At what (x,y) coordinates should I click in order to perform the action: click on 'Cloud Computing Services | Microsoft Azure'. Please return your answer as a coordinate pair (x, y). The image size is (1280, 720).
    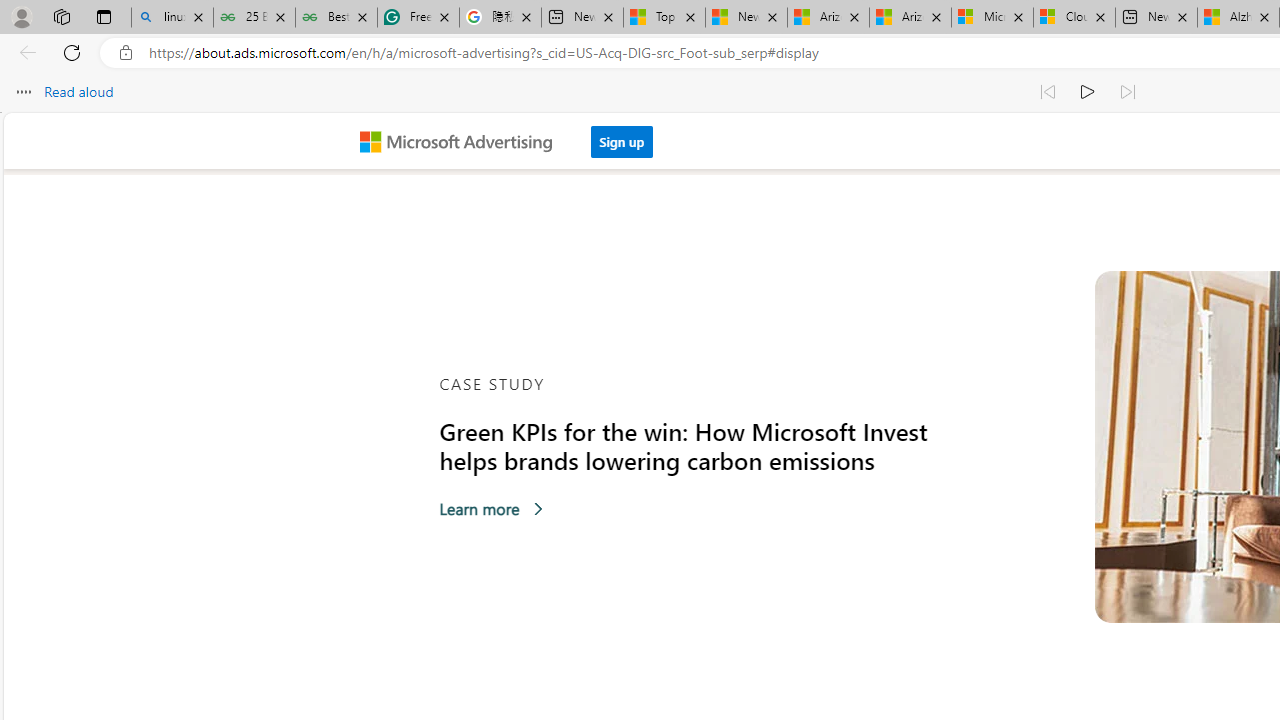
    Looking at the image, I should click on (1073, 17).